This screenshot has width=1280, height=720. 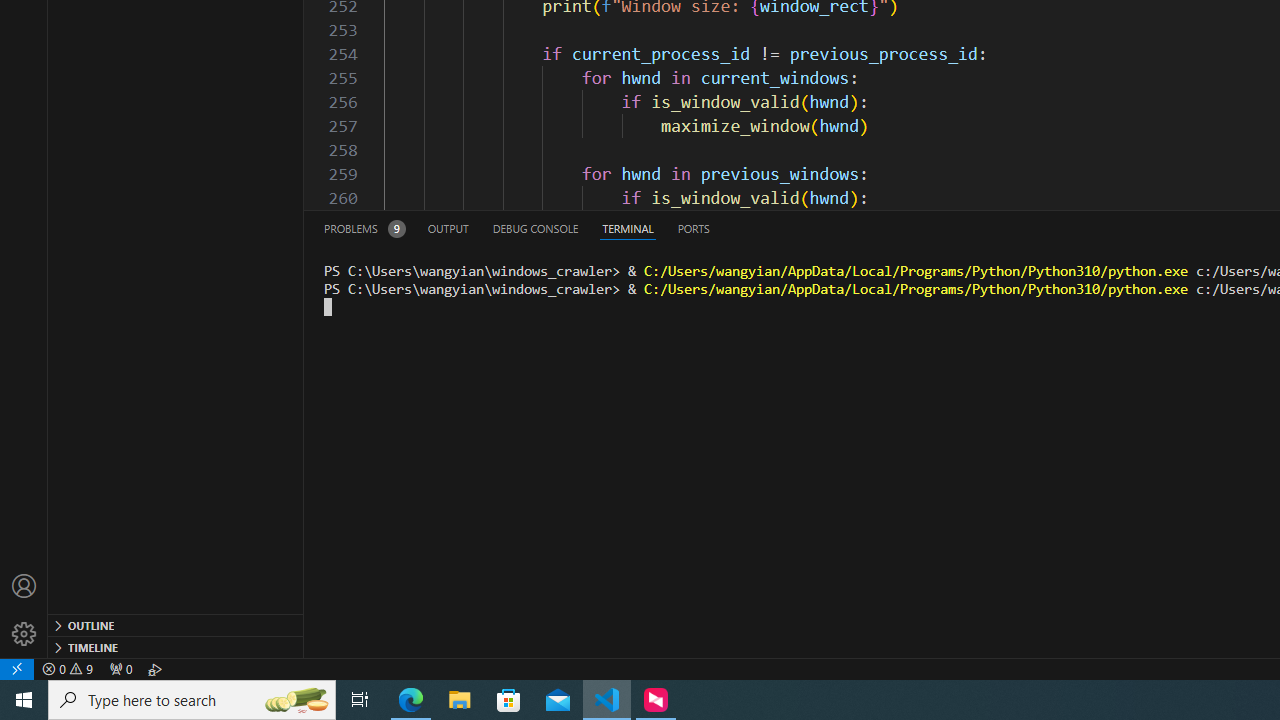 I want to click on 'Accounts', so click(x=24, y=585).